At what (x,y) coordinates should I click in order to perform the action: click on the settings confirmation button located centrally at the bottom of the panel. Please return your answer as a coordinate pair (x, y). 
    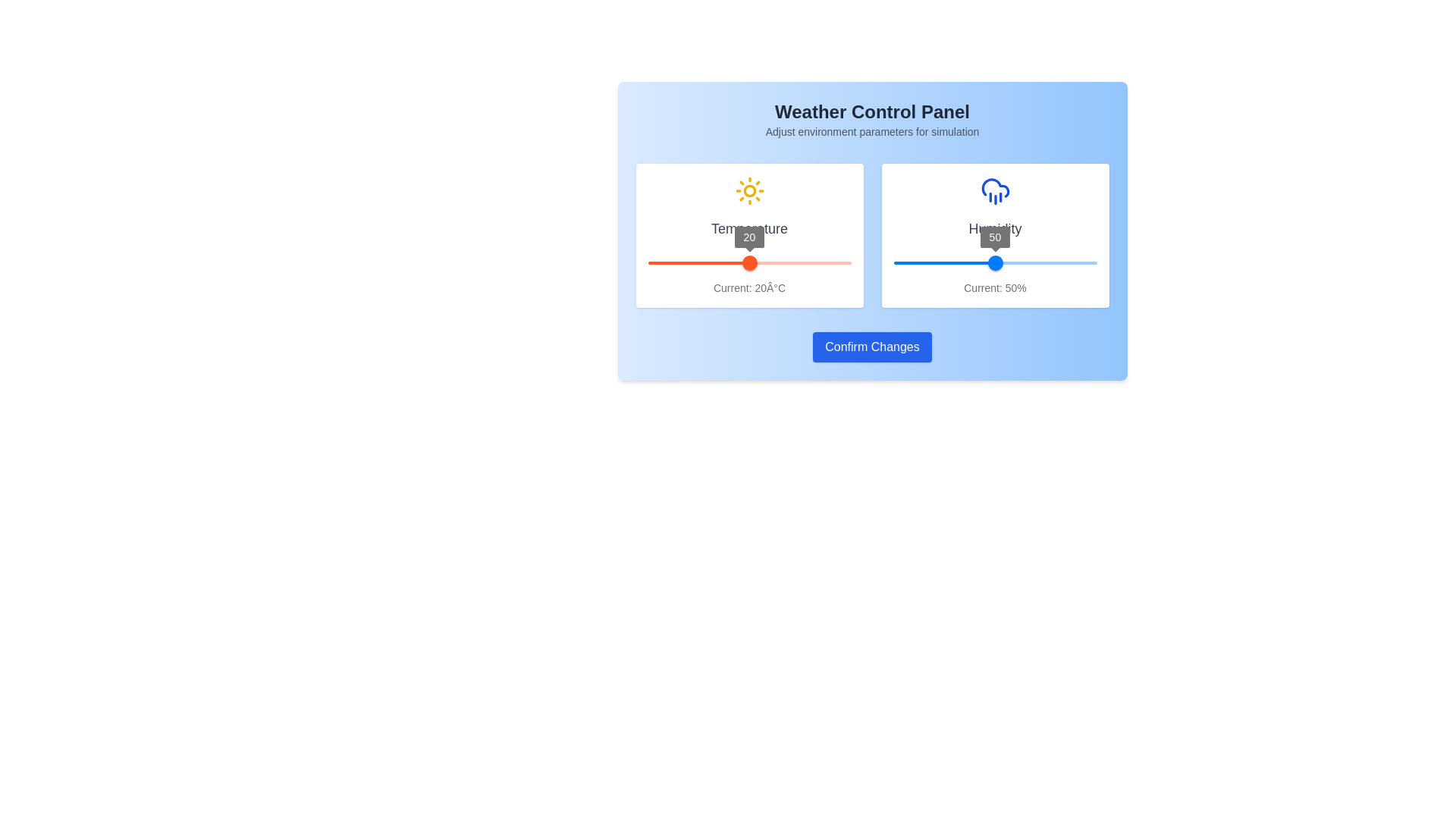
    Looking at the image, I should click on (872, 347).